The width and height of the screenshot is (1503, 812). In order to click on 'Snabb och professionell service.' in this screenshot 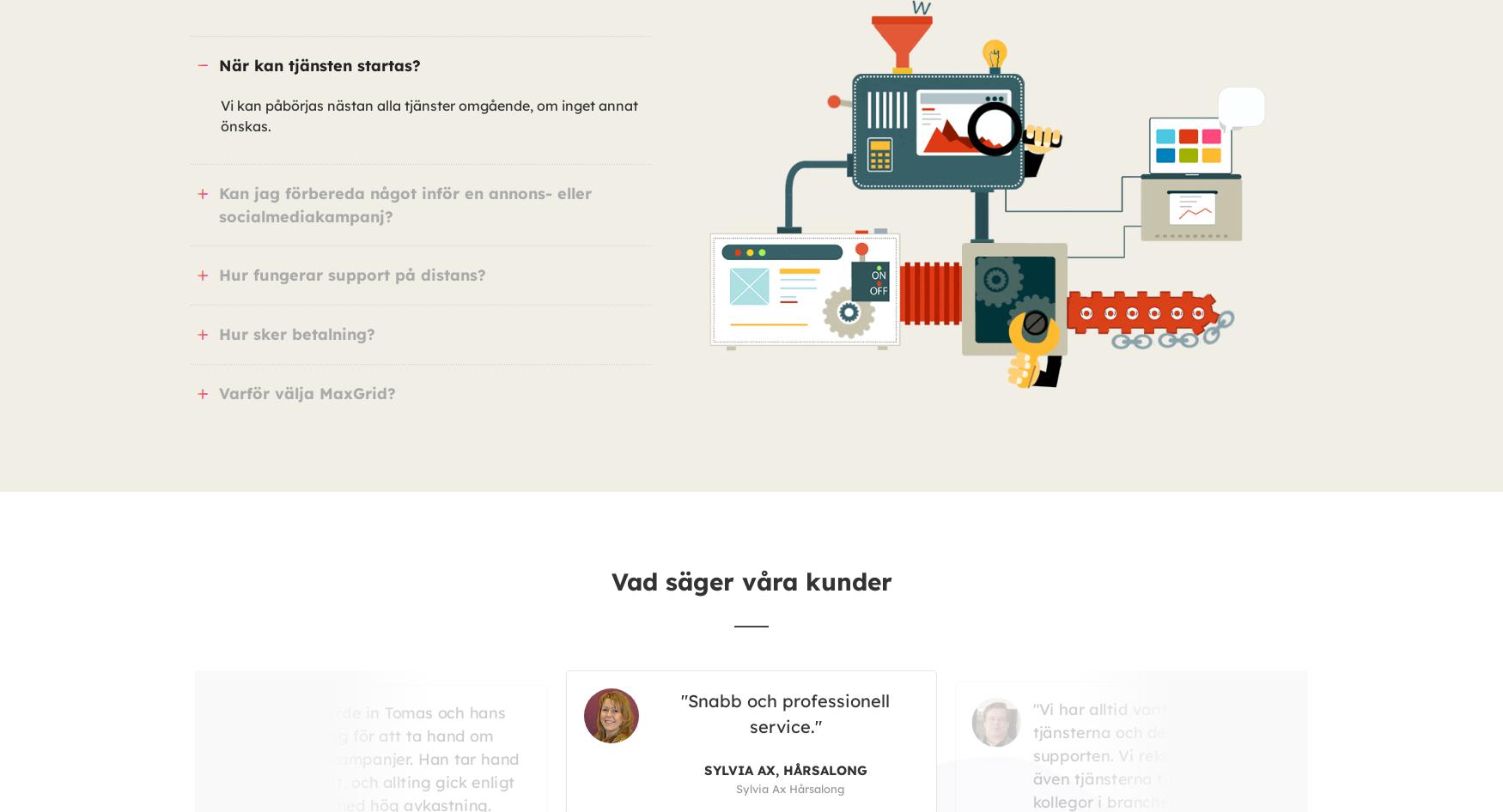, I will do `click(289, 716)`.